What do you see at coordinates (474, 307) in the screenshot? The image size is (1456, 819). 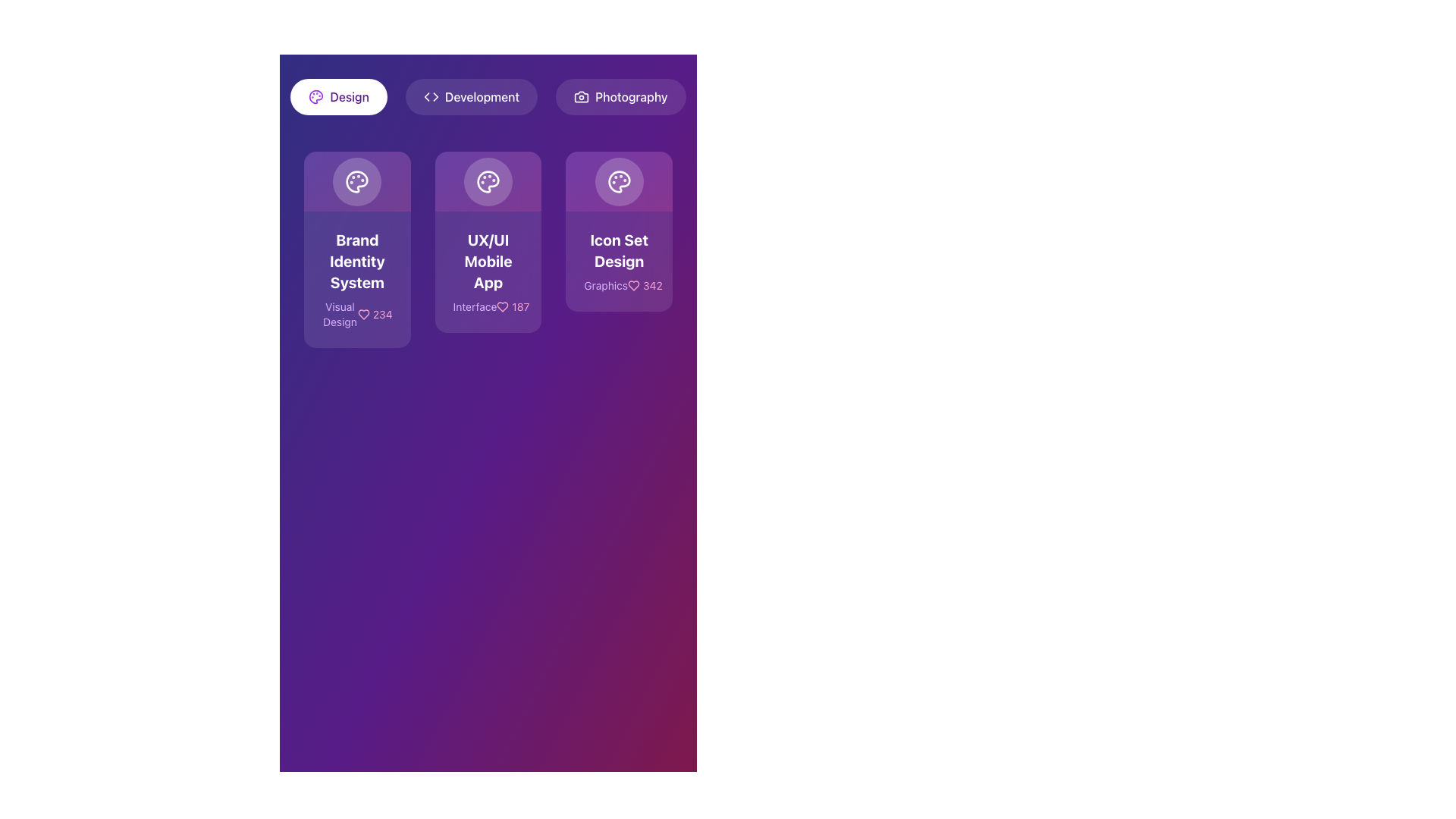 I see `text of the category label located underneath the main heading 'UX/UI Mobile App' in the middle card of three horizontally arranged cards` at bounding box center [474, 307].